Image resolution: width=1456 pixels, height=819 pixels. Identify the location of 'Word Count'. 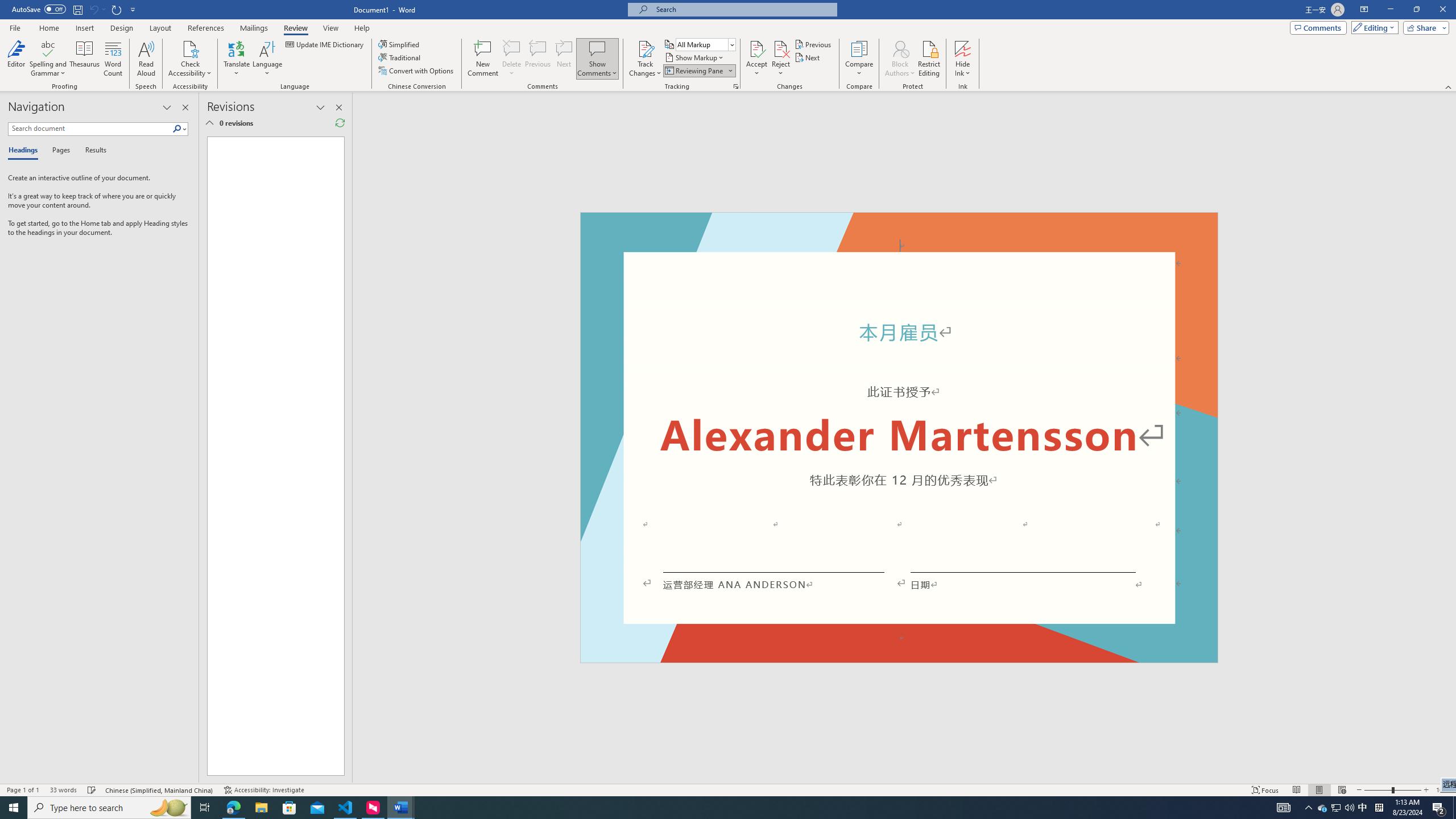
(113, 59).